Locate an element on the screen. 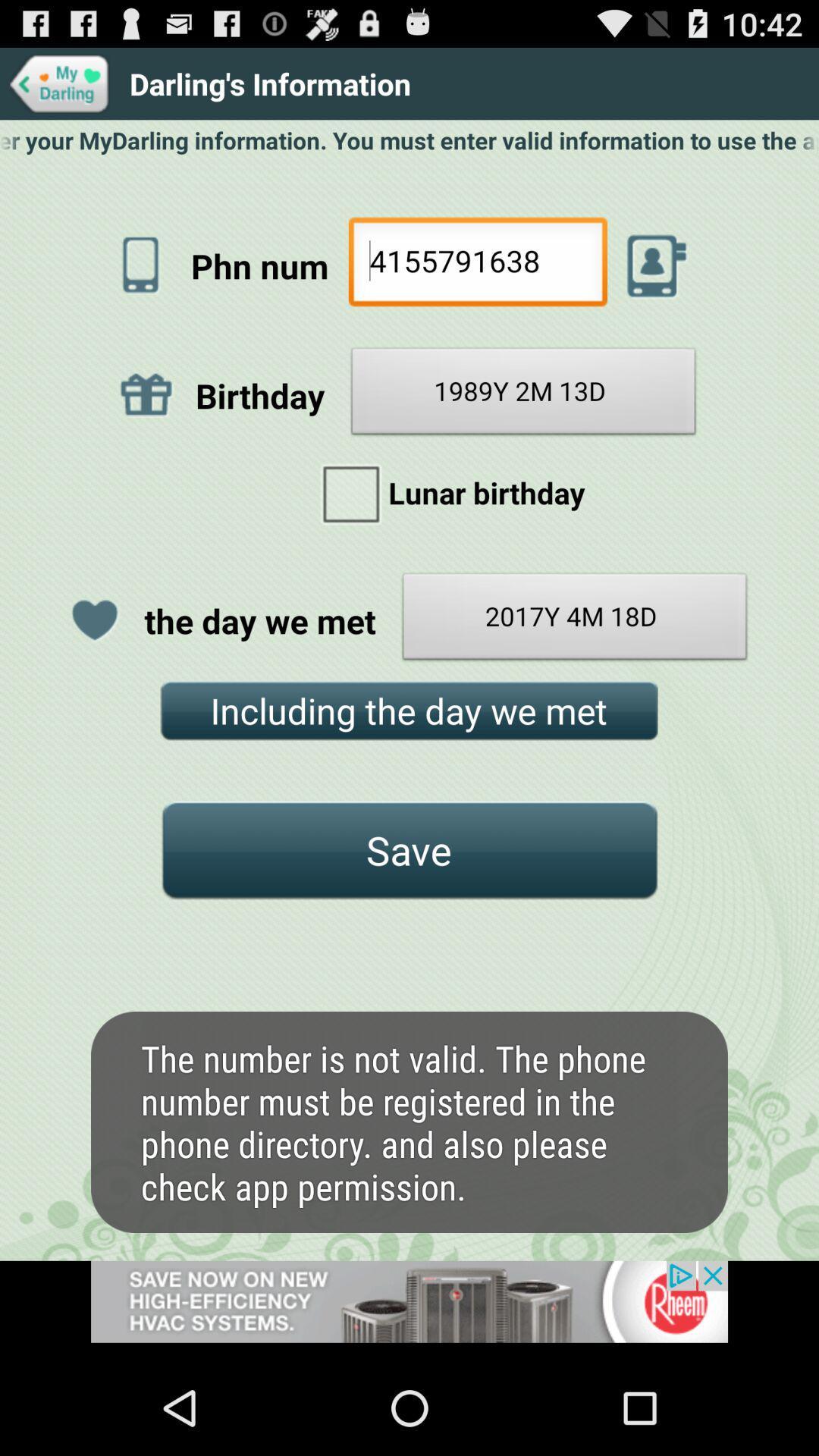 This screenshot has width=819, height=1456. advertisement is located at coordinates (409, 1310).